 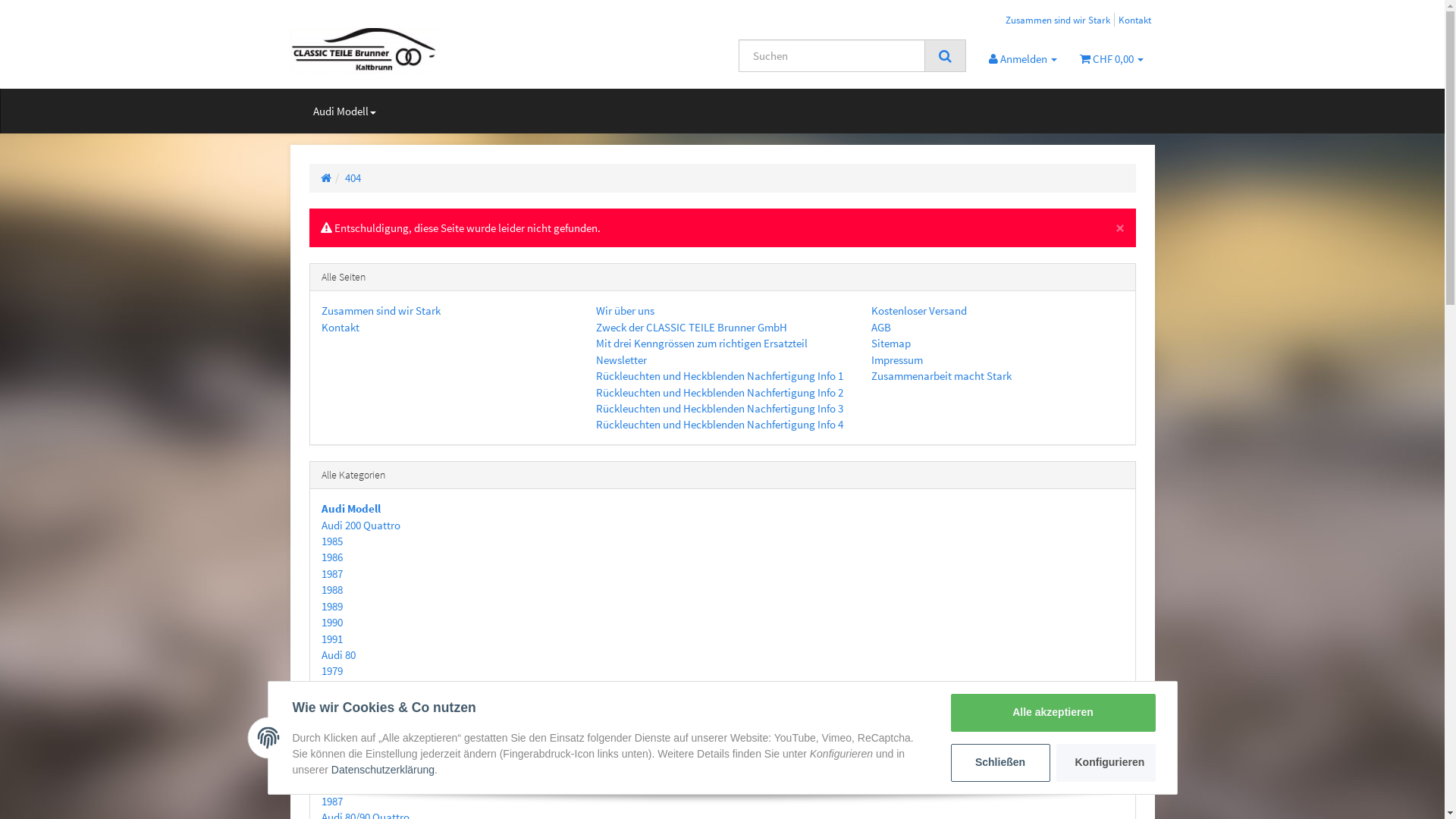 I want to click on '1990', so click(x=331, y=622).